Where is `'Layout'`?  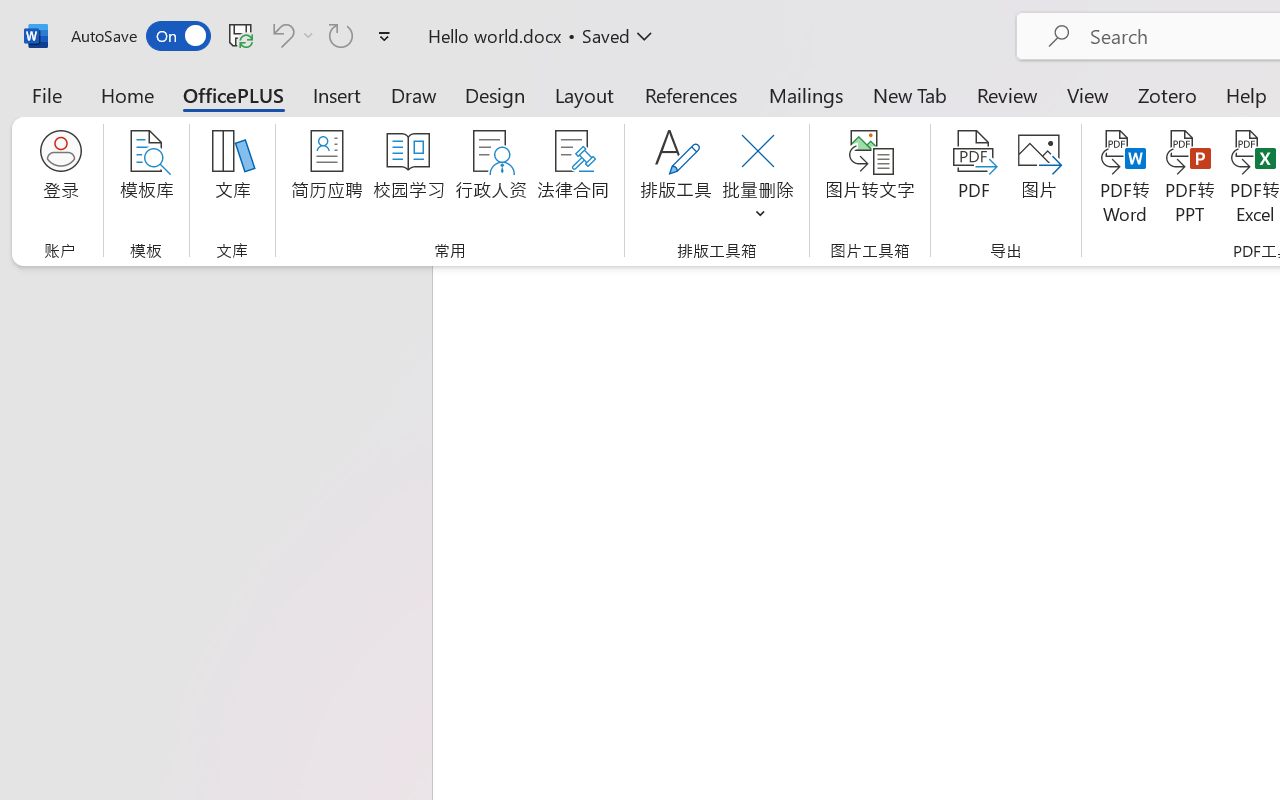 'Layout' is located at coordinates (583, 94).